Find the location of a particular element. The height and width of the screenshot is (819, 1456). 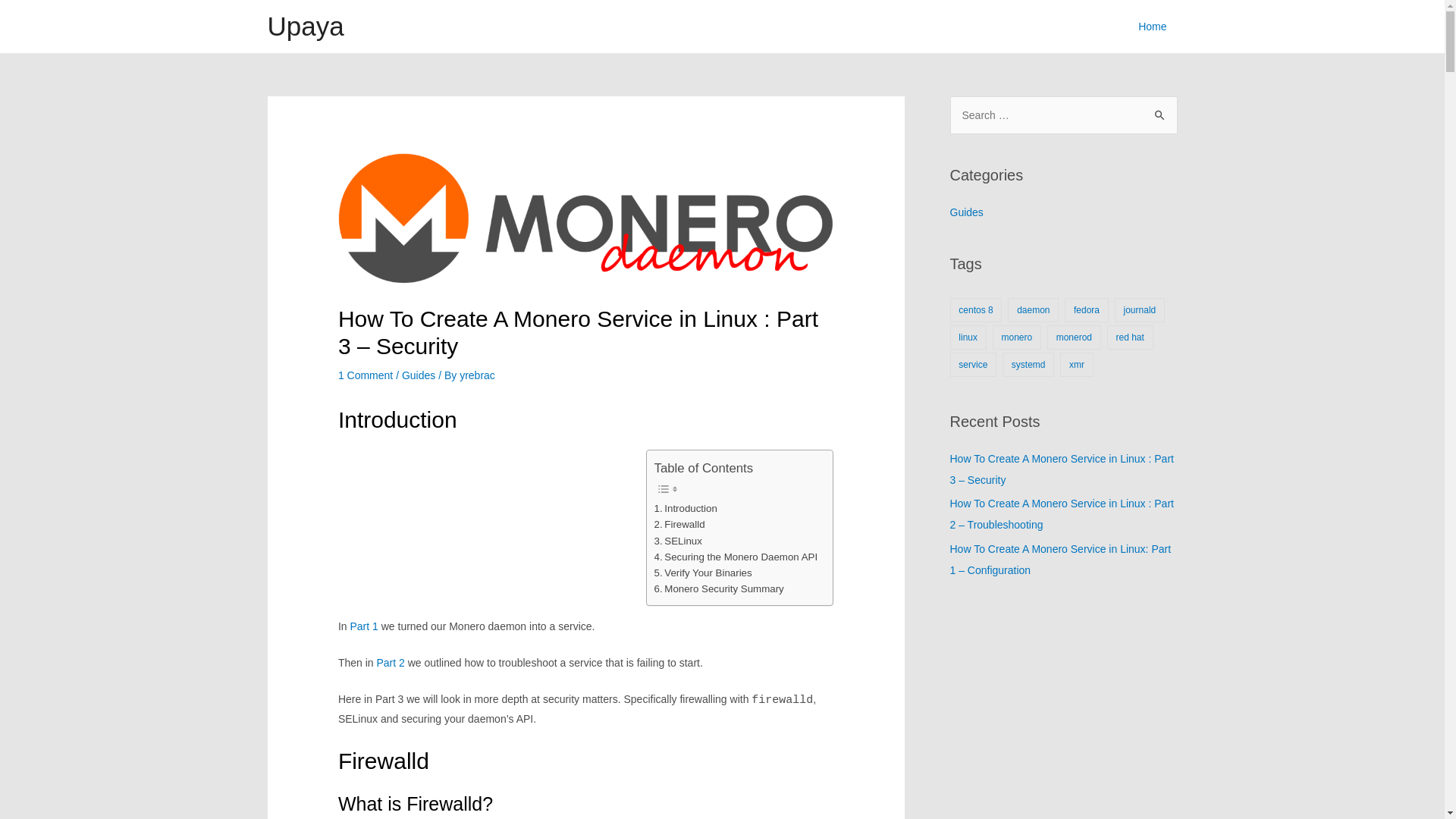

'daemon' is located at coordinates (1032, 309).